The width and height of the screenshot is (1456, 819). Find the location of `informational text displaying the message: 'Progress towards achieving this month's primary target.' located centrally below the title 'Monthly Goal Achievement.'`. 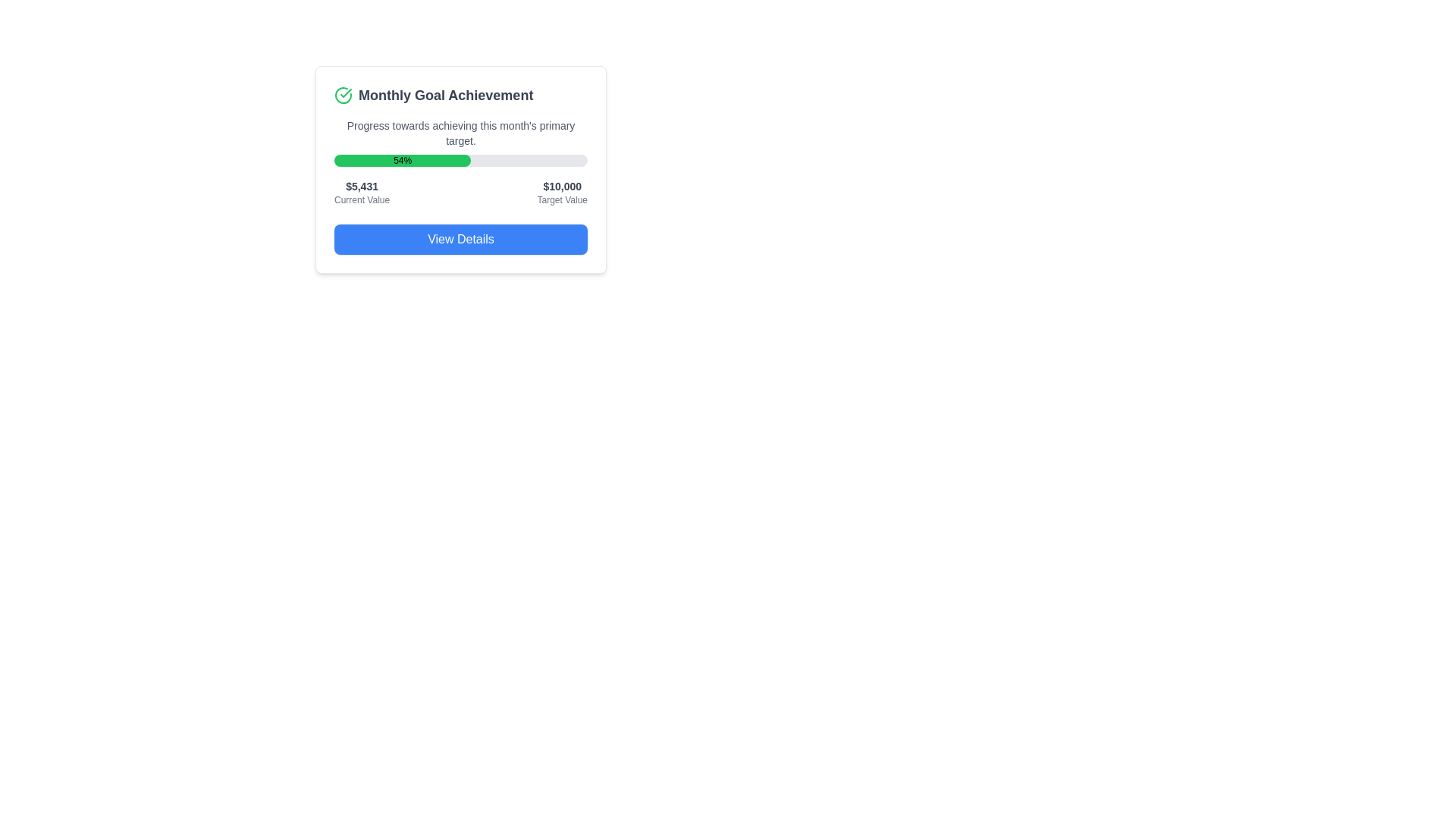

informational text displaying the message: 'Progress towards achieving this month's primary target.' located centrally below the title 'Monthly Goal Achievement.' is located at coordinates (460, 133).